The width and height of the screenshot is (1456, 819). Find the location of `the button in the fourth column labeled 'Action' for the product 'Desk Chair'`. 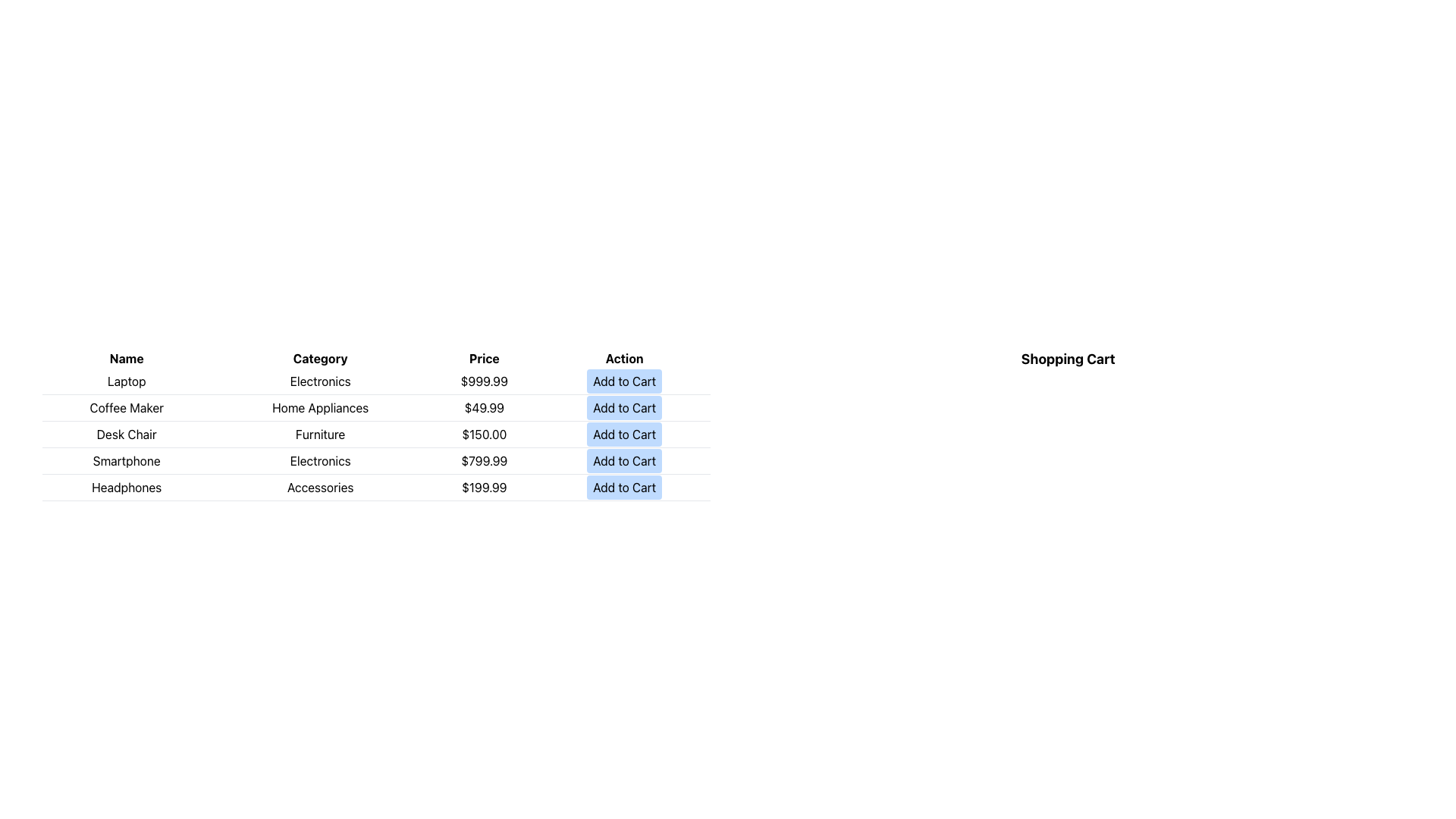

the button in the fourth column labeled 'Action' for the product 'Desk Chair' is located at coordinates (624, 435).